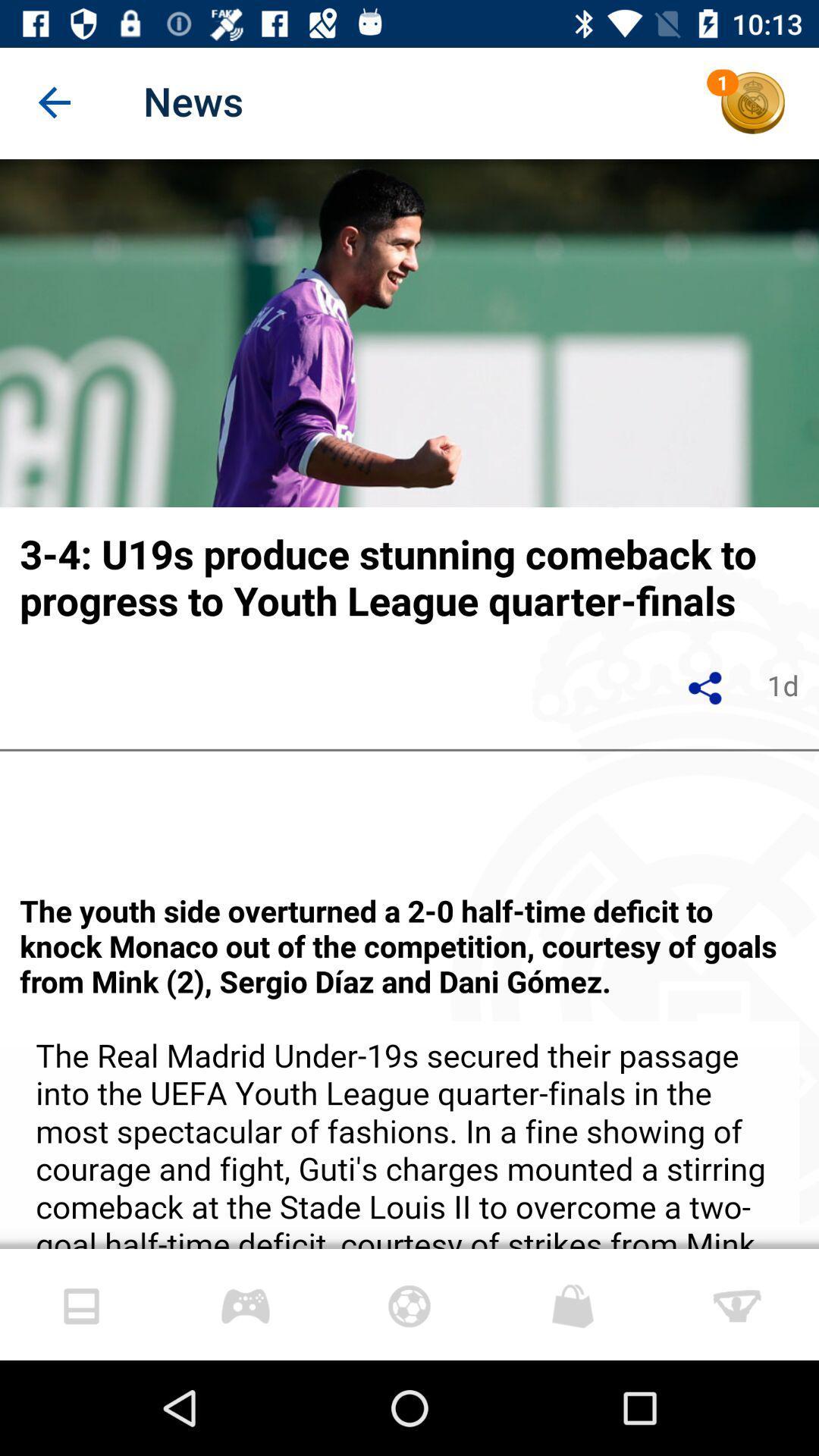  I want to click on the icon which is right of news, so click(753, 102).